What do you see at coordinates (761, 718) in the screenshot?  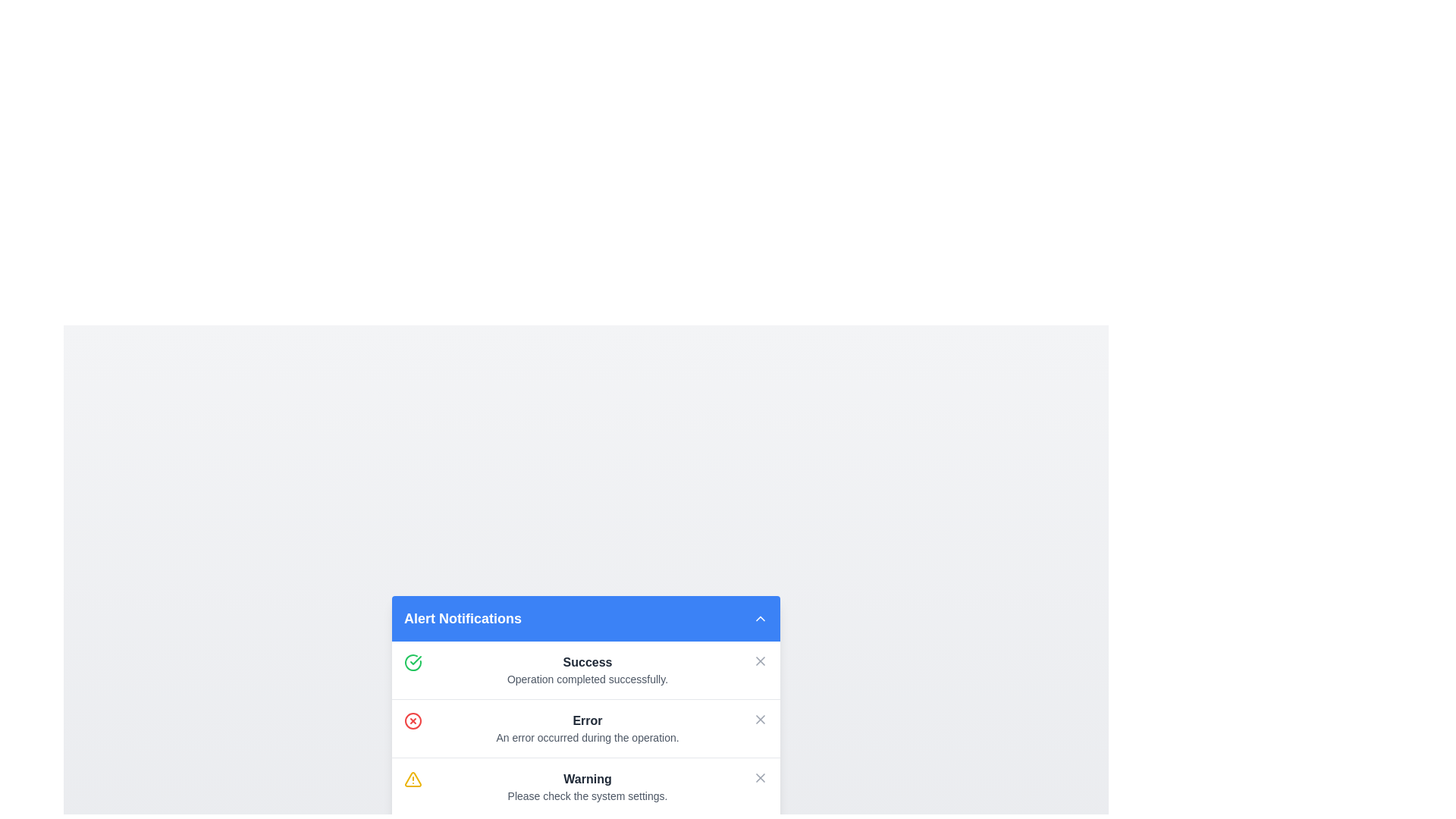 I see `the 'X' or cross icon located to the right of the 'Error' label in the 'Alert Notifications' panel, positioned in the third row of messages` at bounding box center [761, 718].